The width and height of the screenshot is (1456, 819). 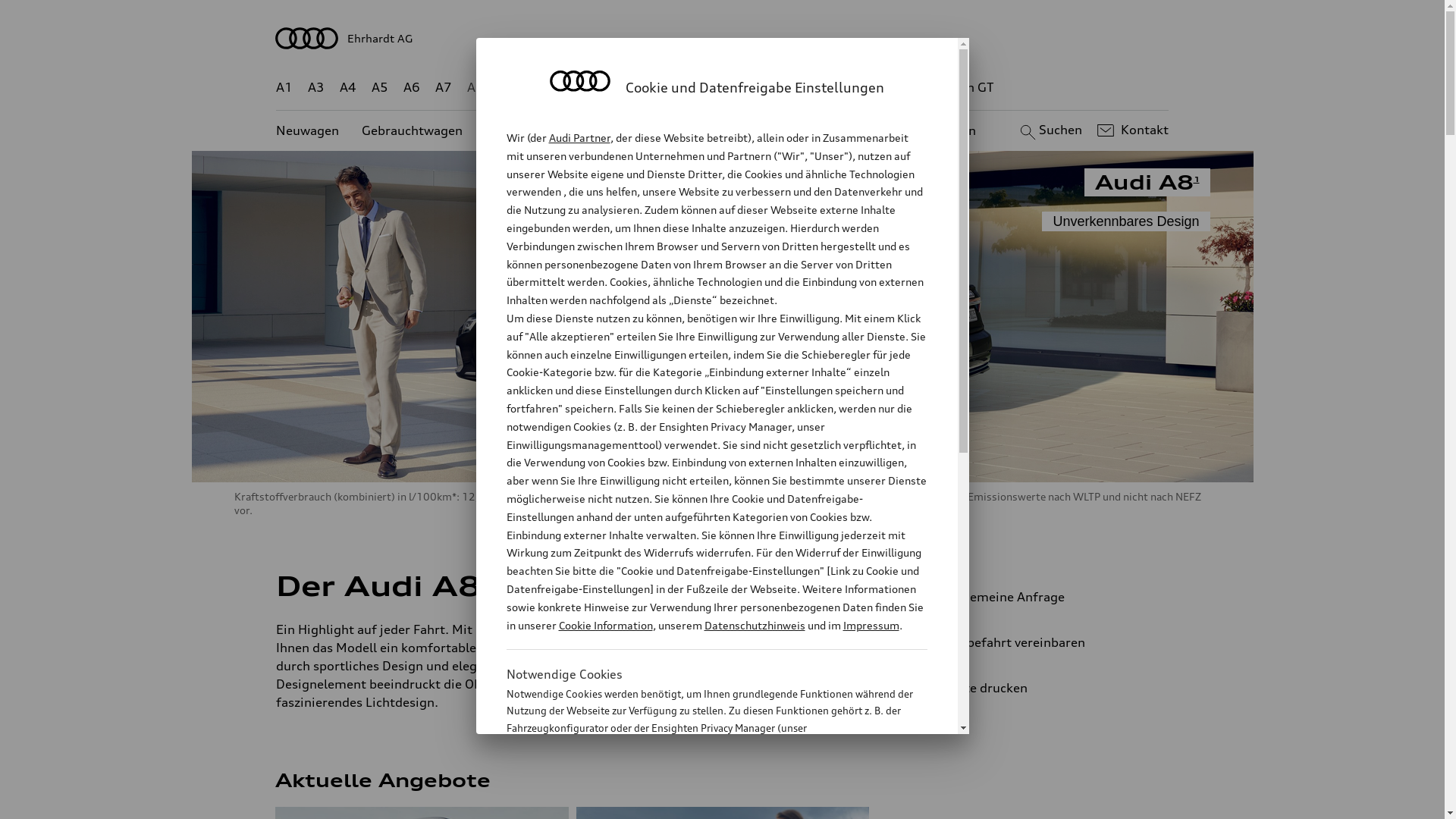 I want to click on 'A4', so click(x=347, y=87).